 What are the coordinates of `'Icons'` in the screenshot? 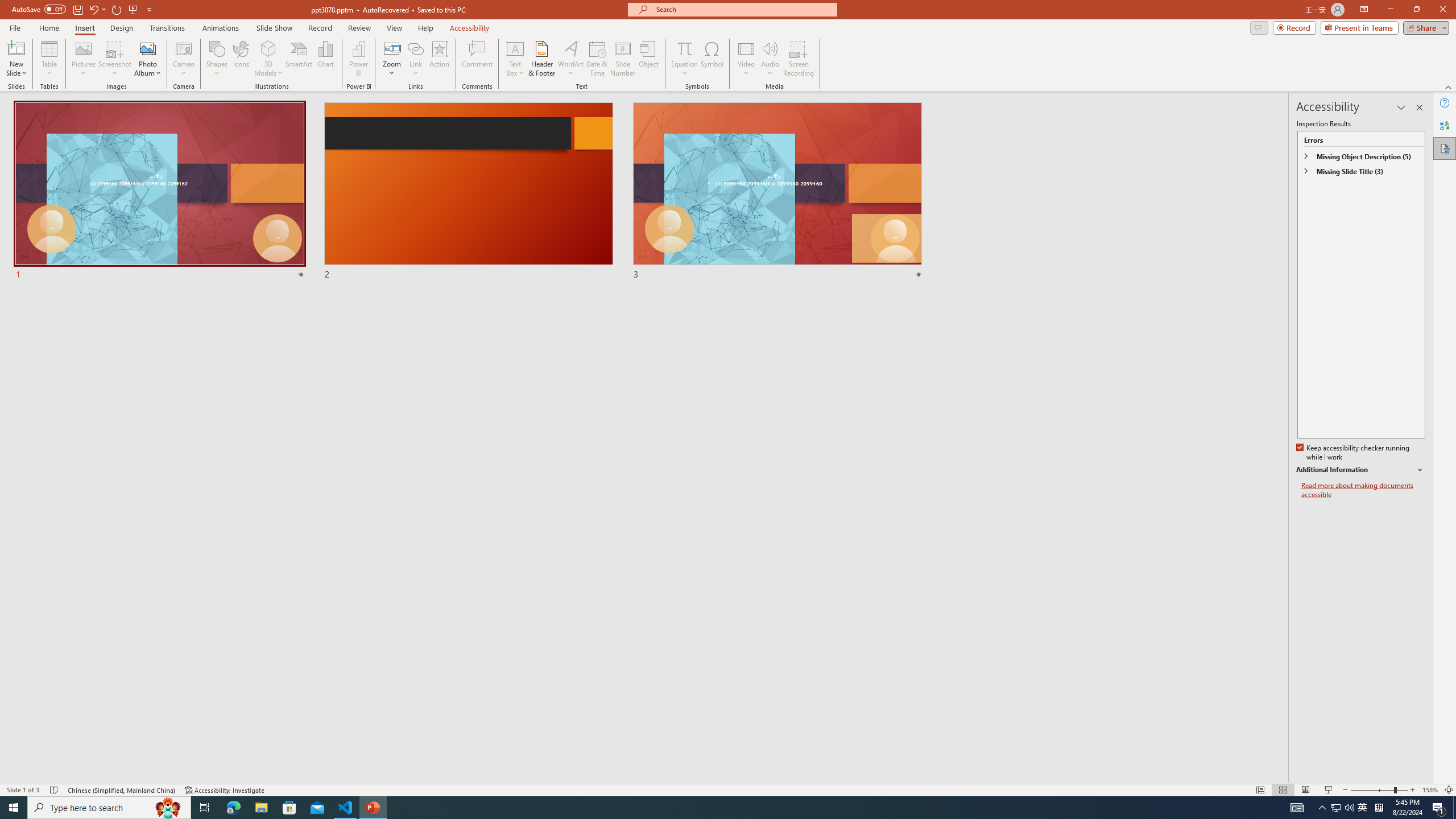 It's located at (241, 59).